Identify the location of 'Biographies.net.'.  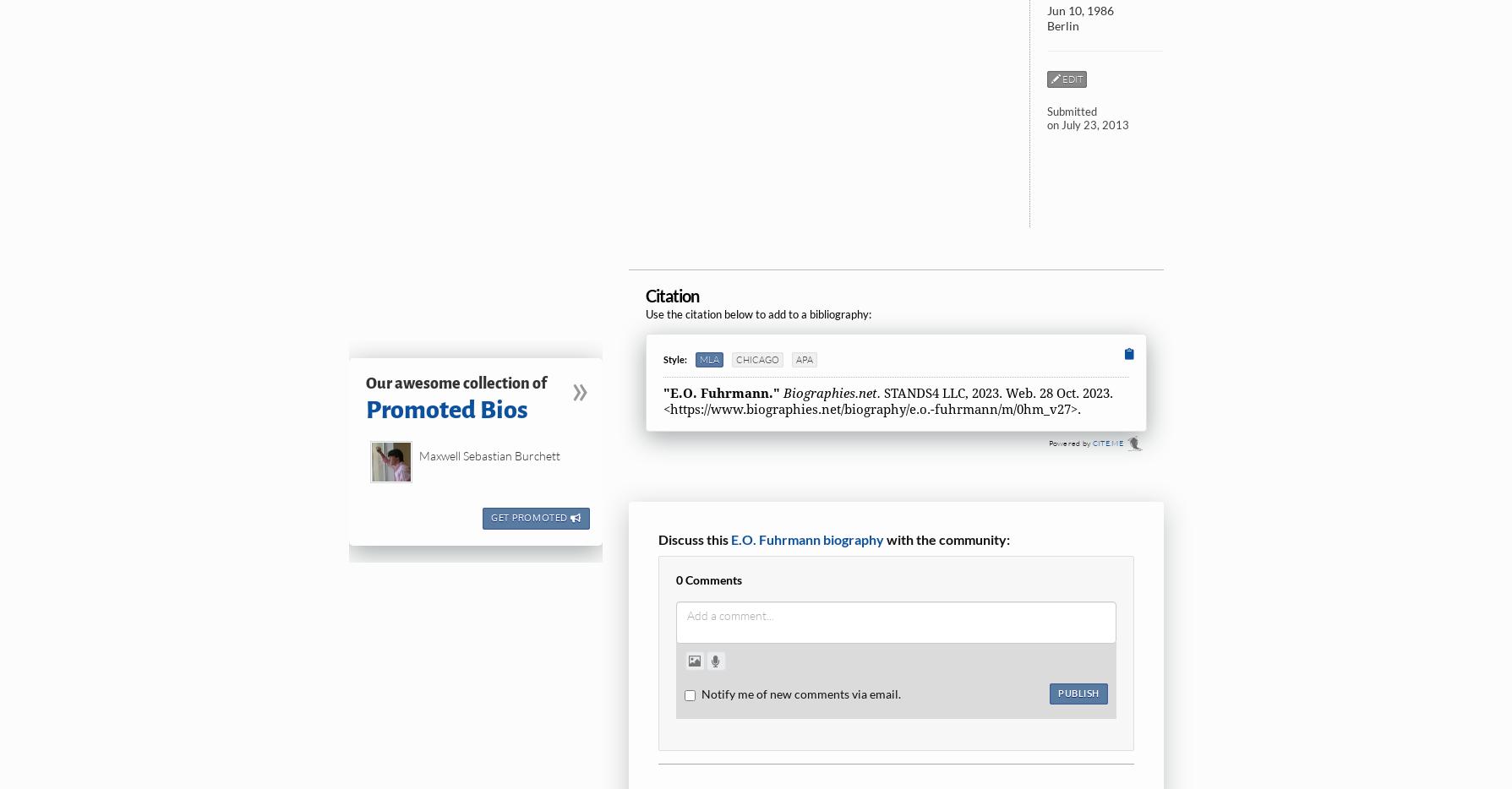
(830, 393).